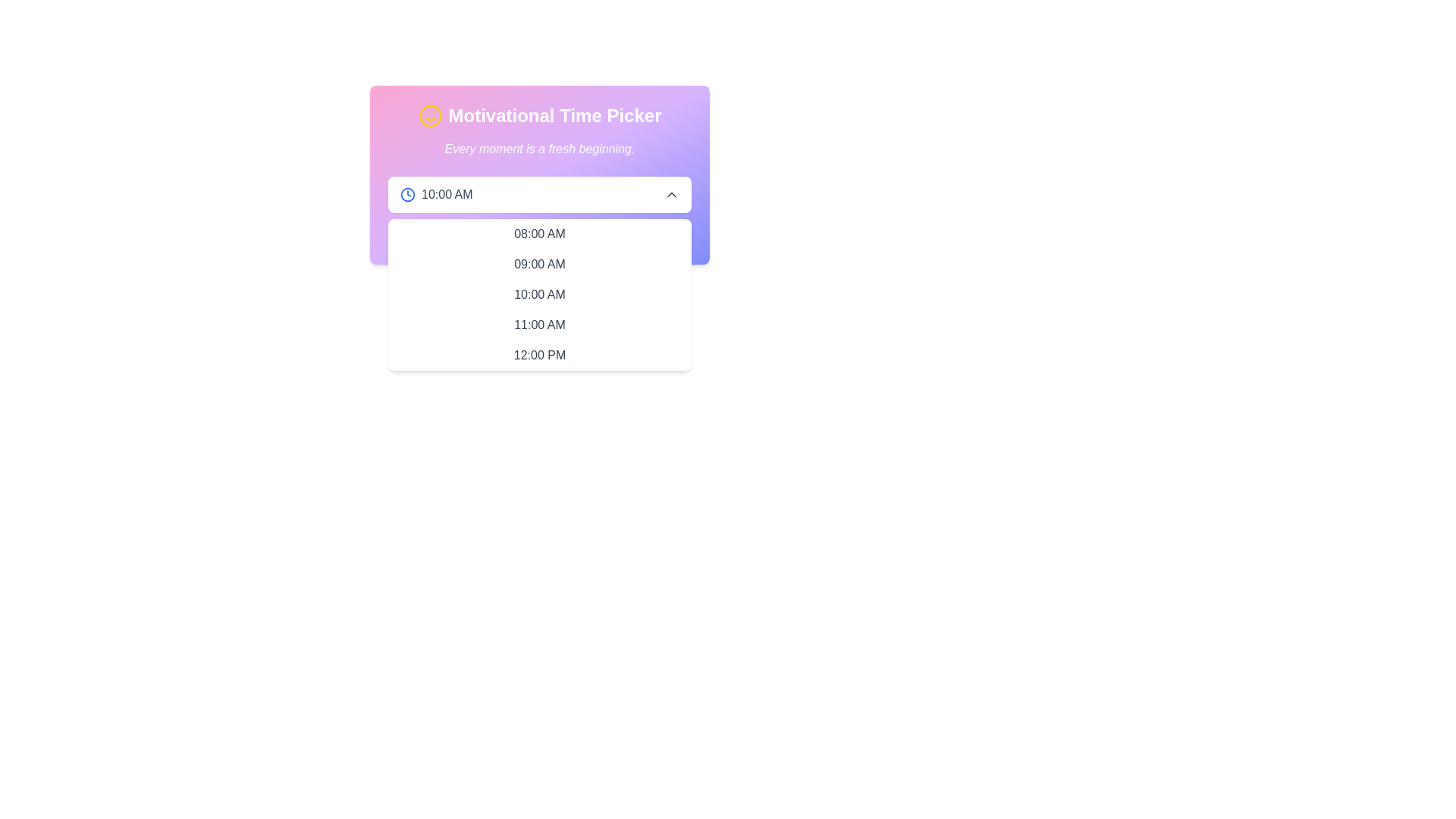 The width and height of the screenshot is (1456, 819). I want to click on the motivational quote text block located below the title 'Motivational Time Picker' and above the time picker dropdown interface, so click(539, 149).